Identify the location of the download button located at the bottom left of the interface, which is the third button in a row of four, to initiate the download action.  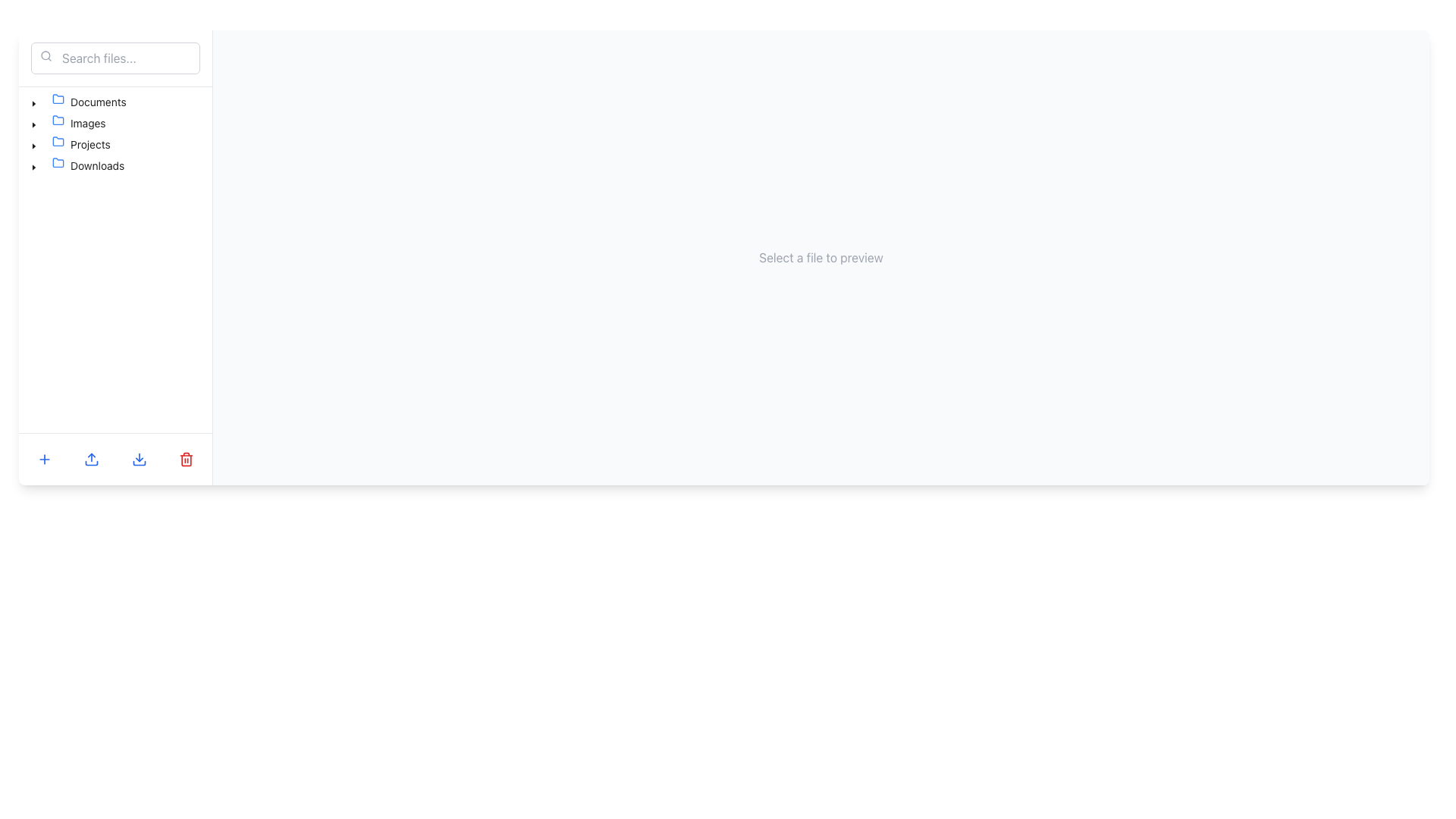
(139, 458).